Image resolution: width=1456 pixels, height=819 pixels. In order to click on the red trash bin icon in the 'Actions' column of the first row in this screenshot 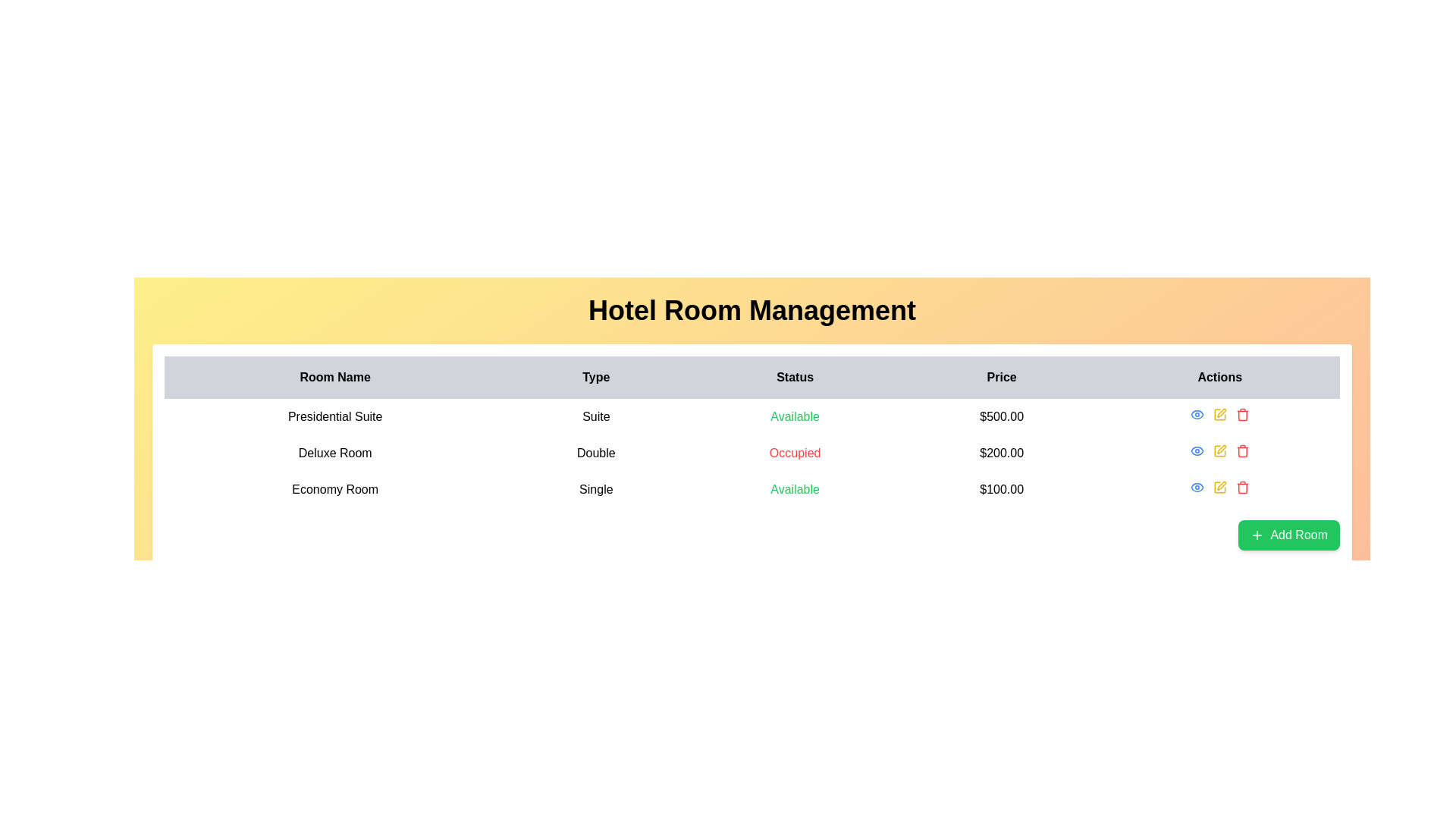, I will do `click(1242, 415)`.